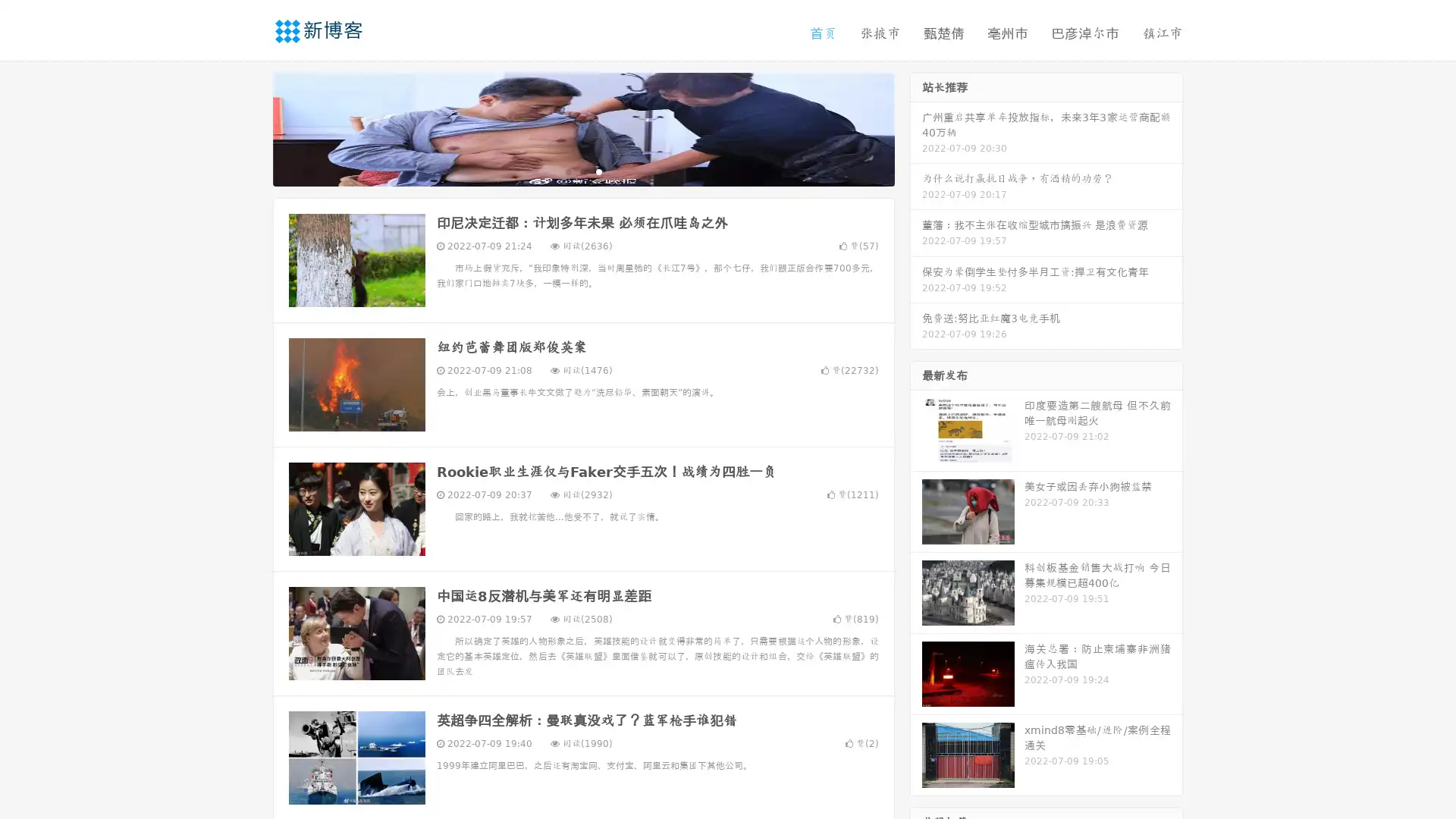 The image size is (1456, 819). What do you see at coordinates (916, 127) in the screenshot?
I see `Next slide` at bounding box center [916, 127].